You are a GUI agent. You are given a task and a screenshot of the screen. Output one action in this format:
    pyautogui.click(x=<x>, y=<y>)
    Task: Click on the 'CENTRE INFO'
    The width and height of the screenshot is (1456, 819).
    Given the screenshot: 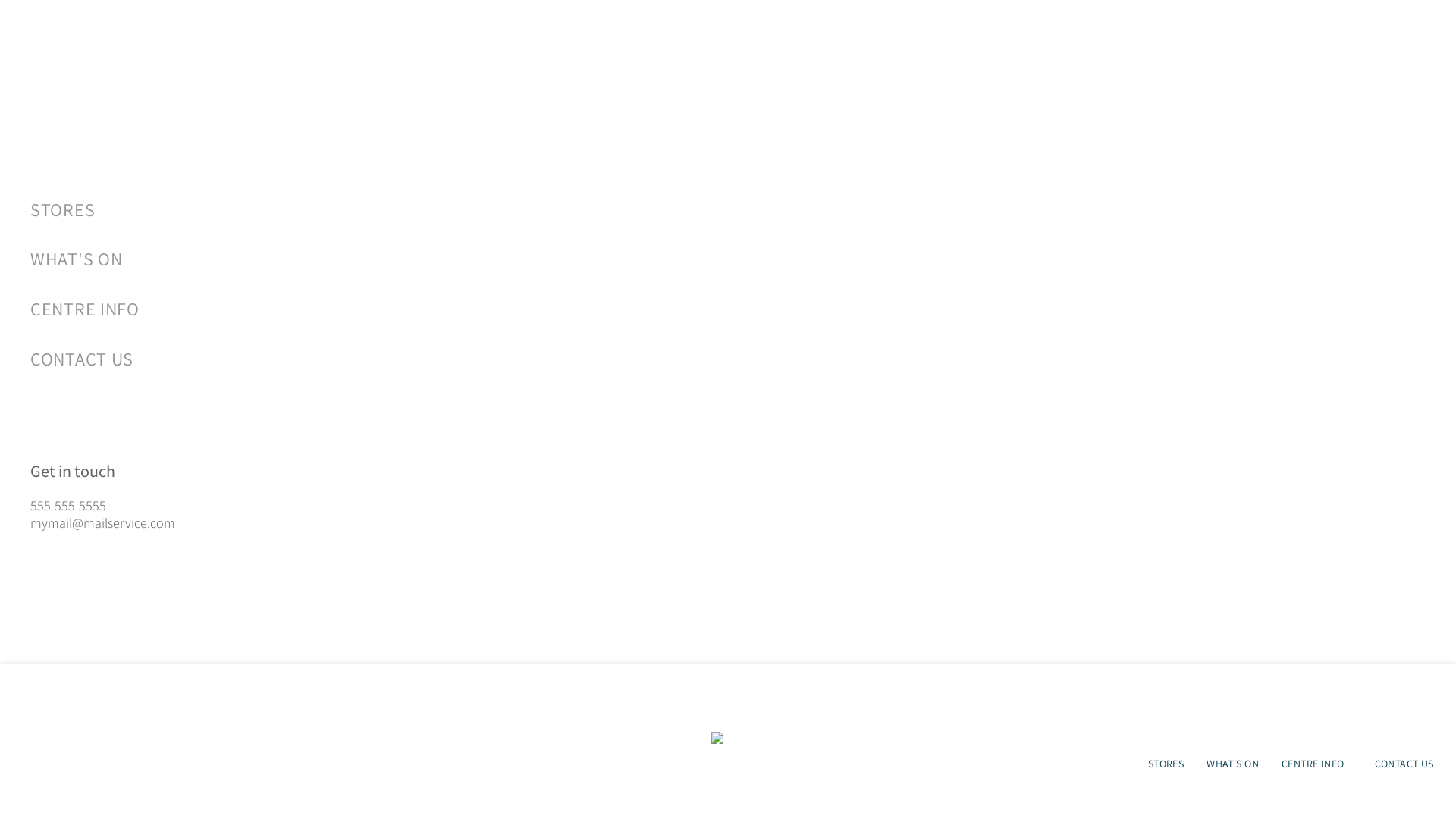 What is the action you would take?
    pyautogui.click(x=1316, y=763)
    